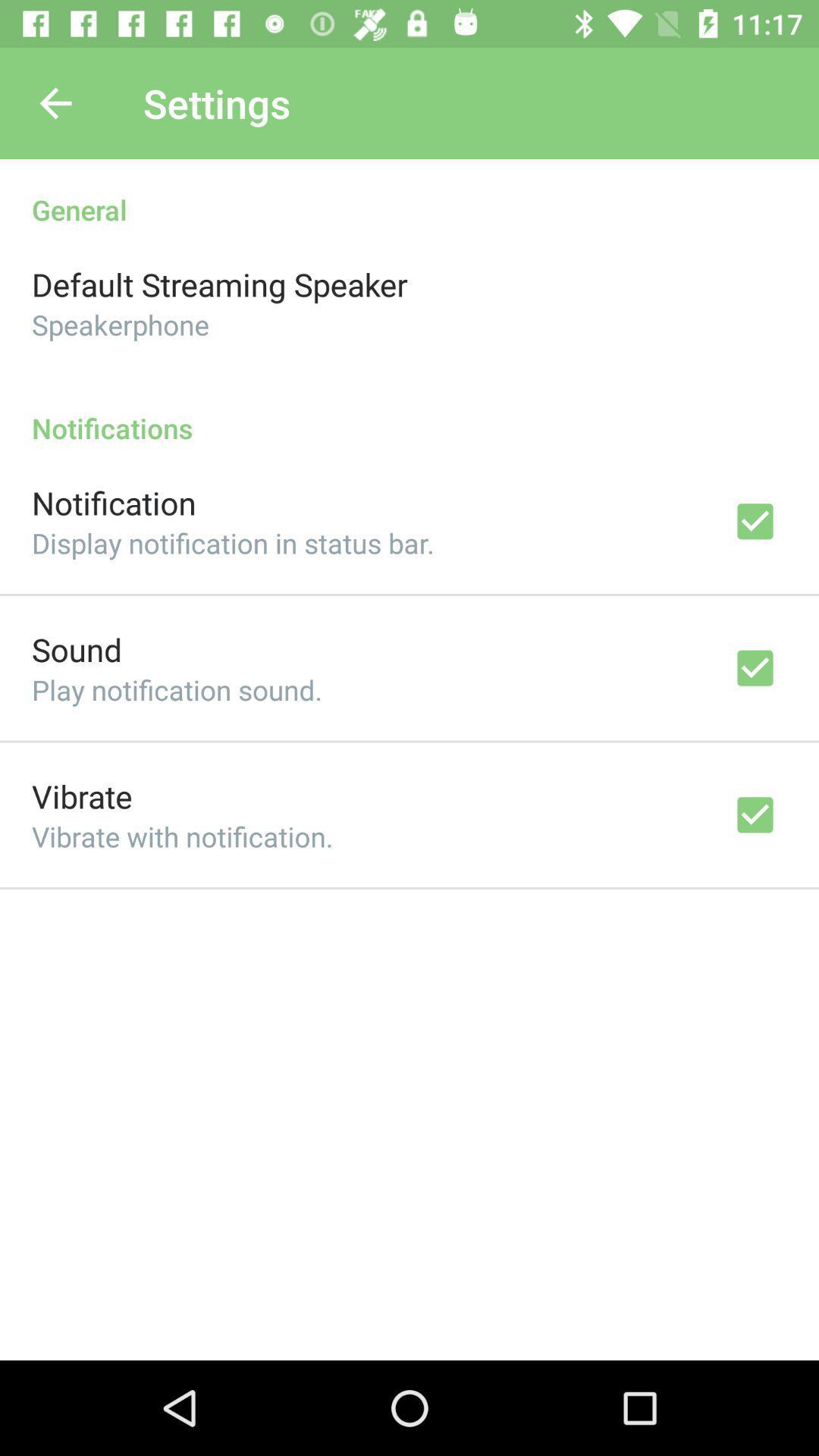  What do you see at coordinates (409, 412) in the screenshot?
I see `the icon below speakerphone icon` at bounding box center [409, 412].